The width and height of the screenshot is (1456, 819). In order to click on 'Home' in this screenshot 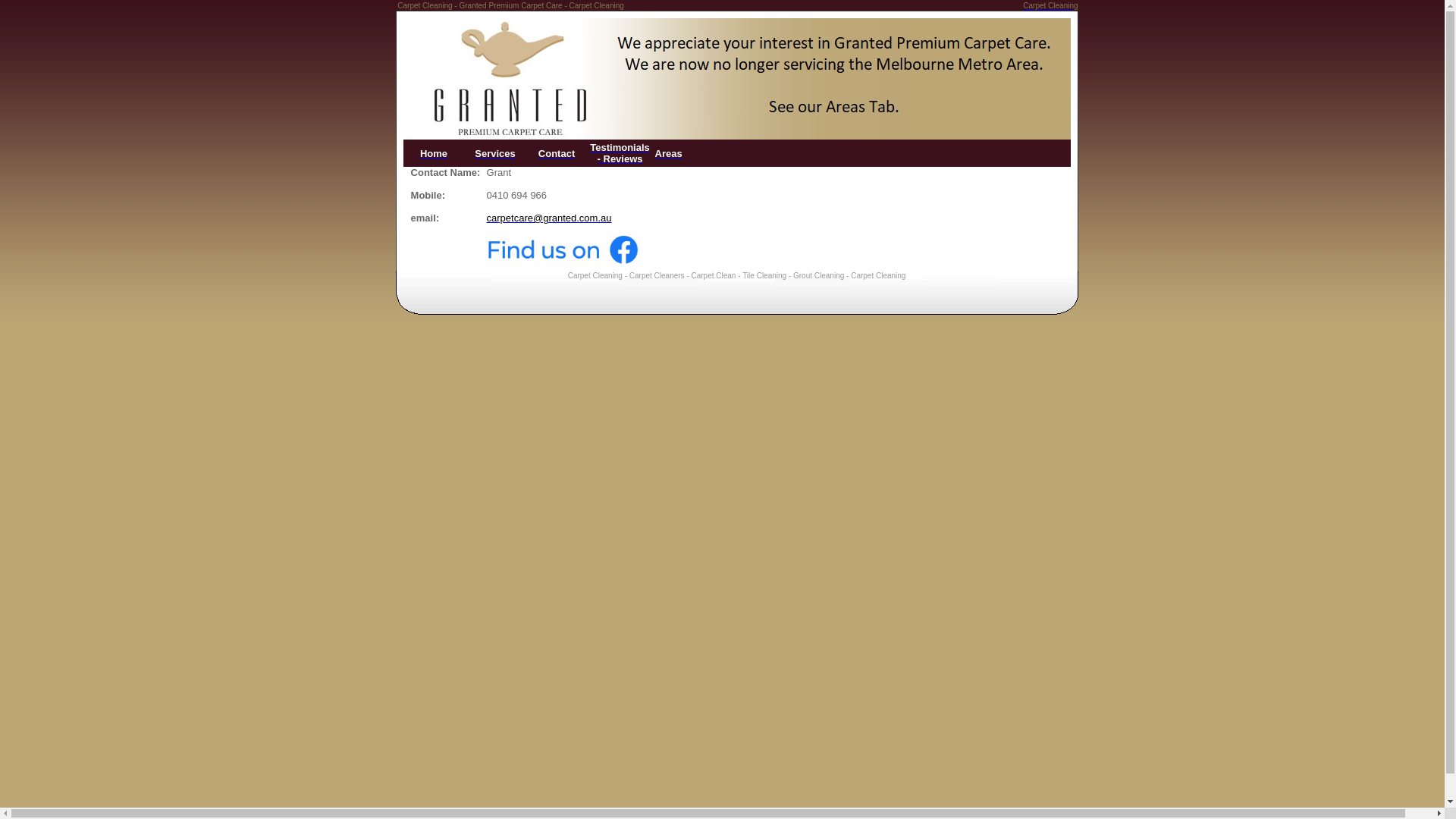, I will do `click(432, 152)`.